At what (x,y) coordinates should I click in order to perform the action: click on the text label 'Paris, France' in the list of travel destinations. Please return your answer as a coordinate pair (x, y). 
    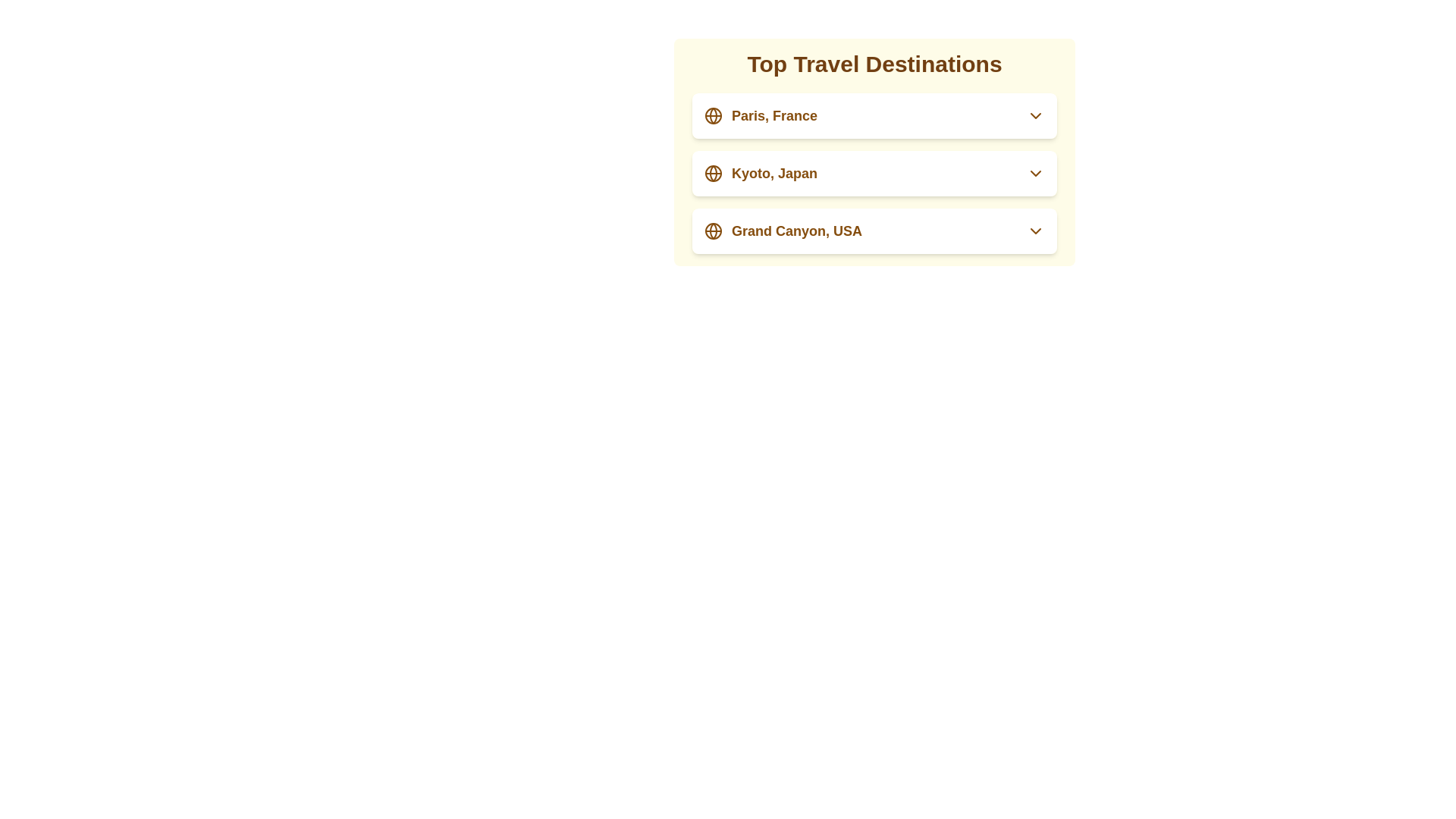
    Looking at the image, I should click on (761, 115).